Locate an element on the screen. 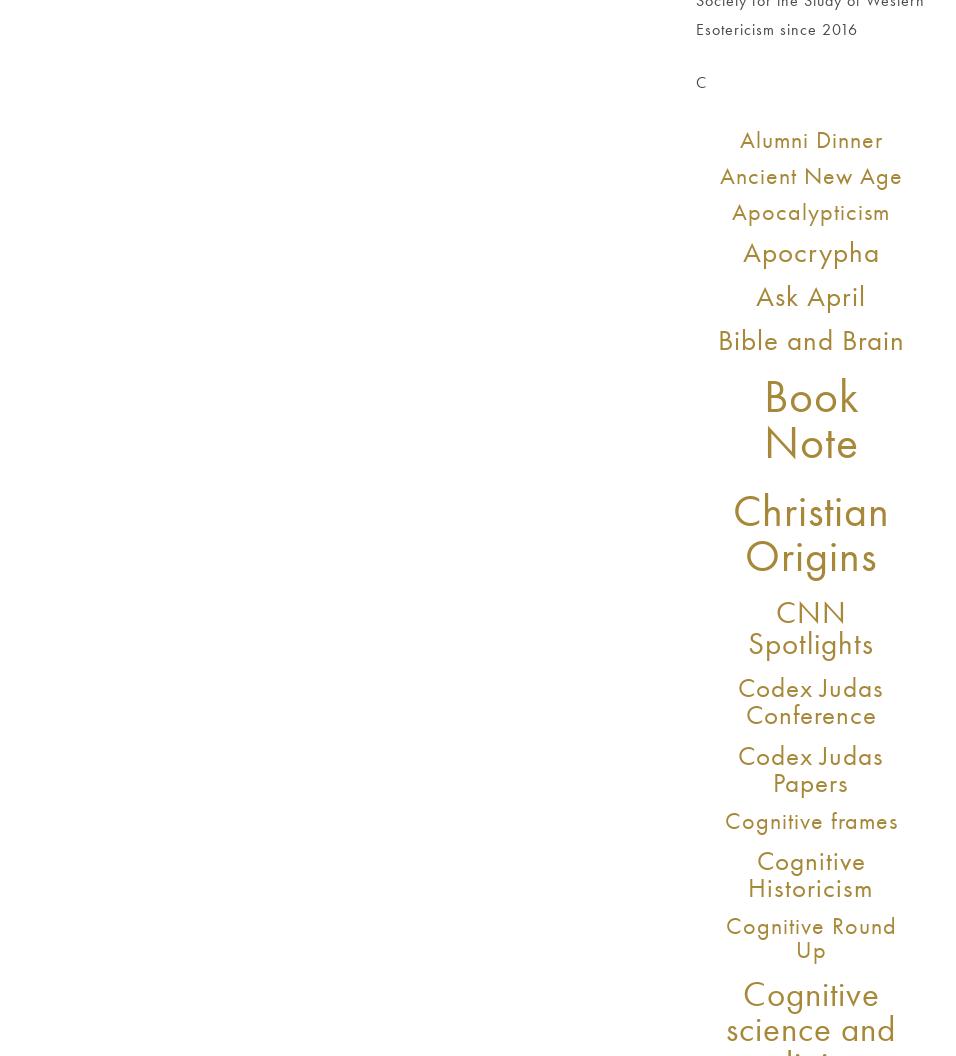 This screenshot has height=1056, width=956. 'Apocrypha' is located at coordinates (809, 250).